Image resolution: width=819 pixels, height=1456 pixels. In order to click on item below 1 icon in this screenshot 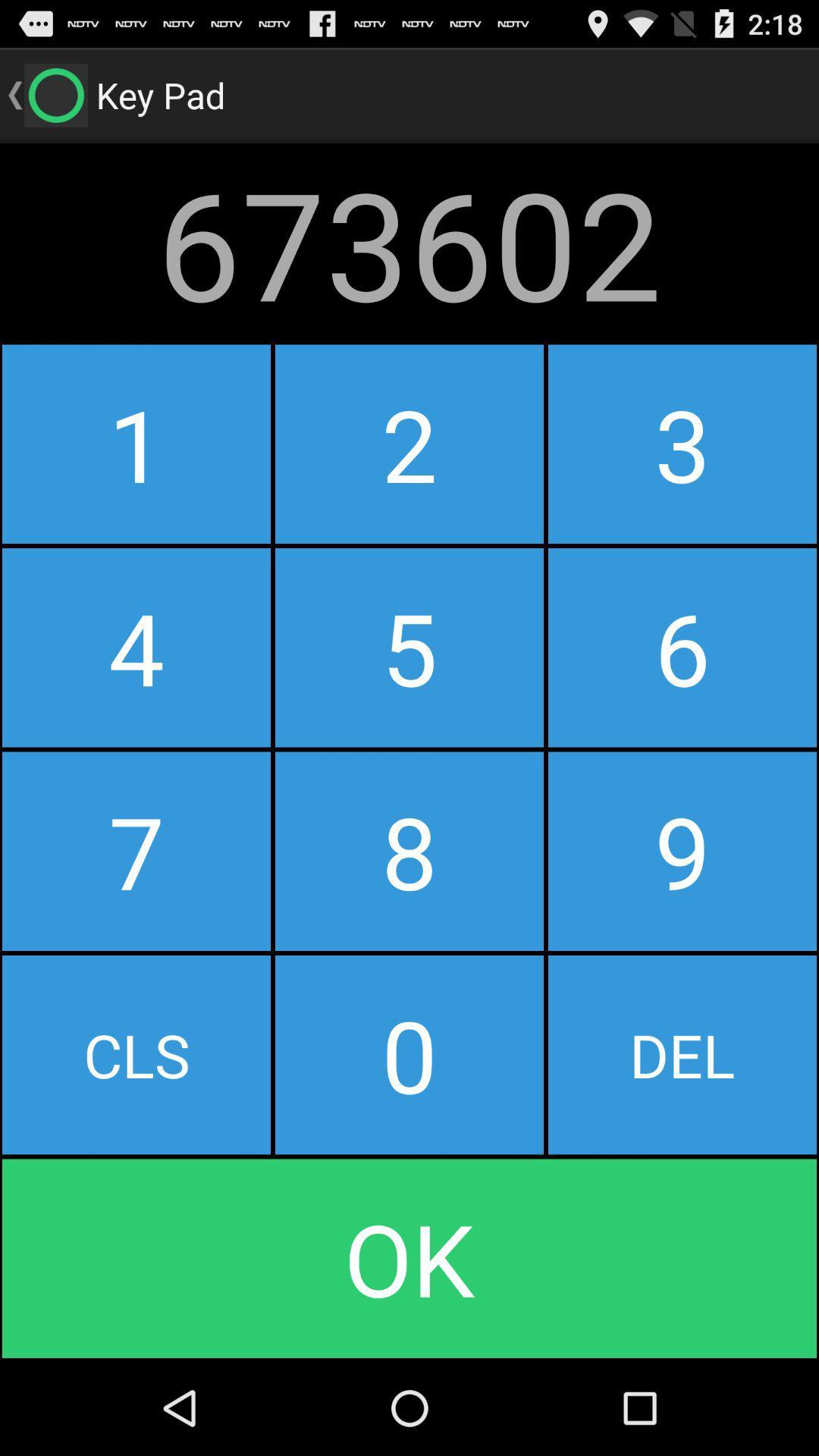, I will do `click(409, 648)`.